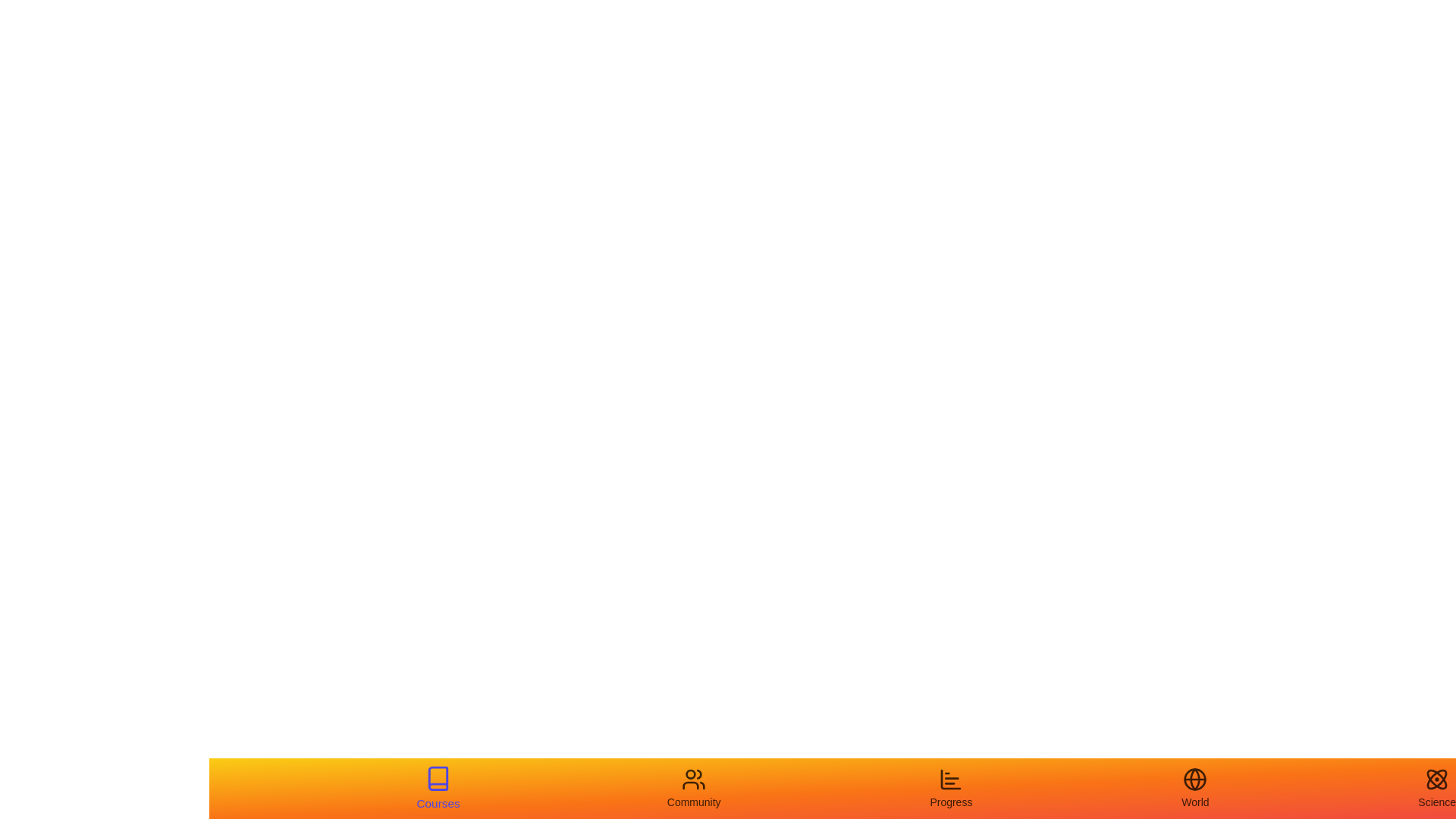 This screenshot has width=1456, height=819. What do you see at coordinates (1436, 788) in the screenshot?
I see `the tab labeled Science` at bounding box center [1436, 788].